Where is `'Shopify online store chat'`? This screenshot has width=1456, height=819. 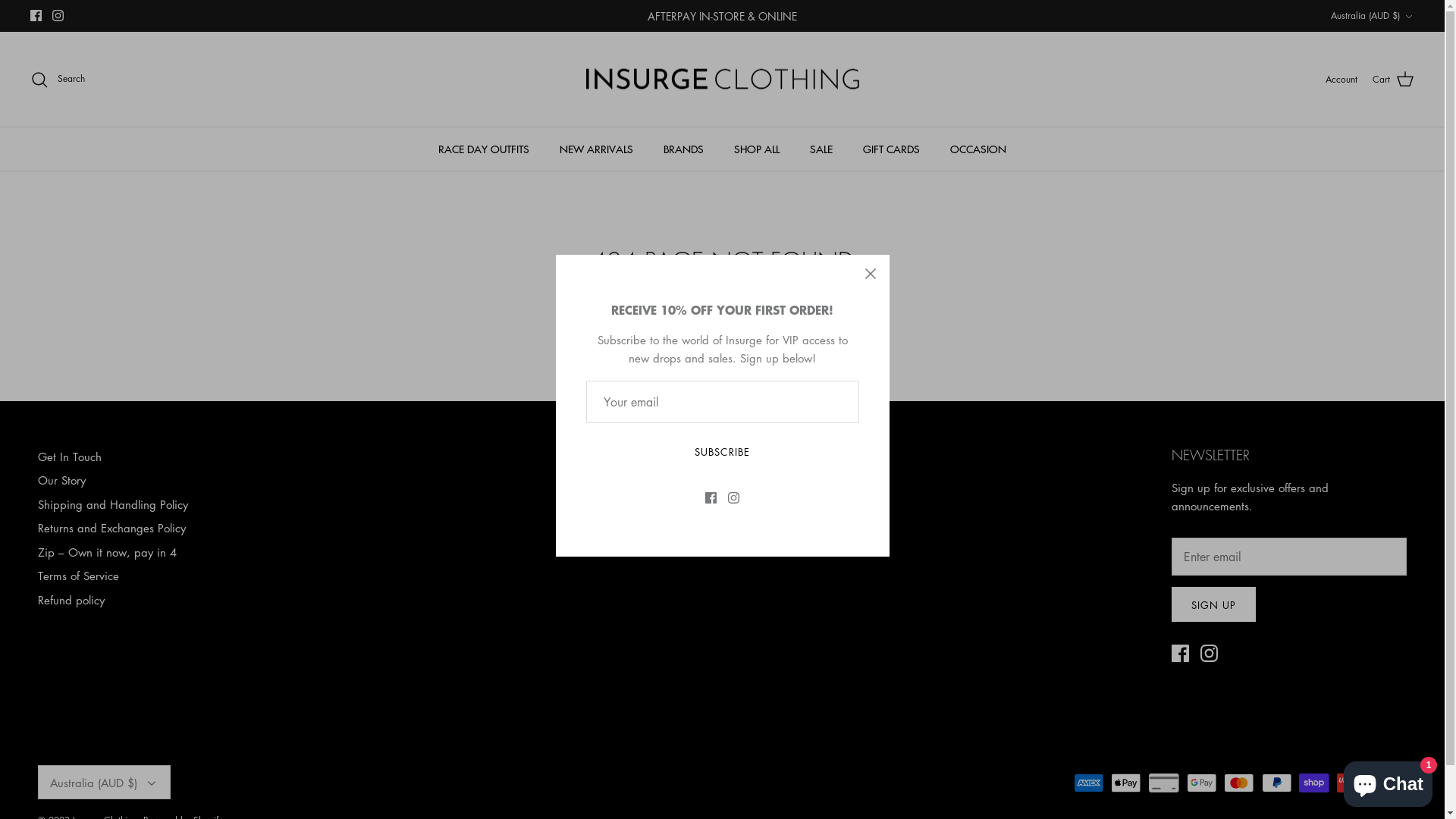
'Shopify online store chat' is located at coordinates (1339, 780).